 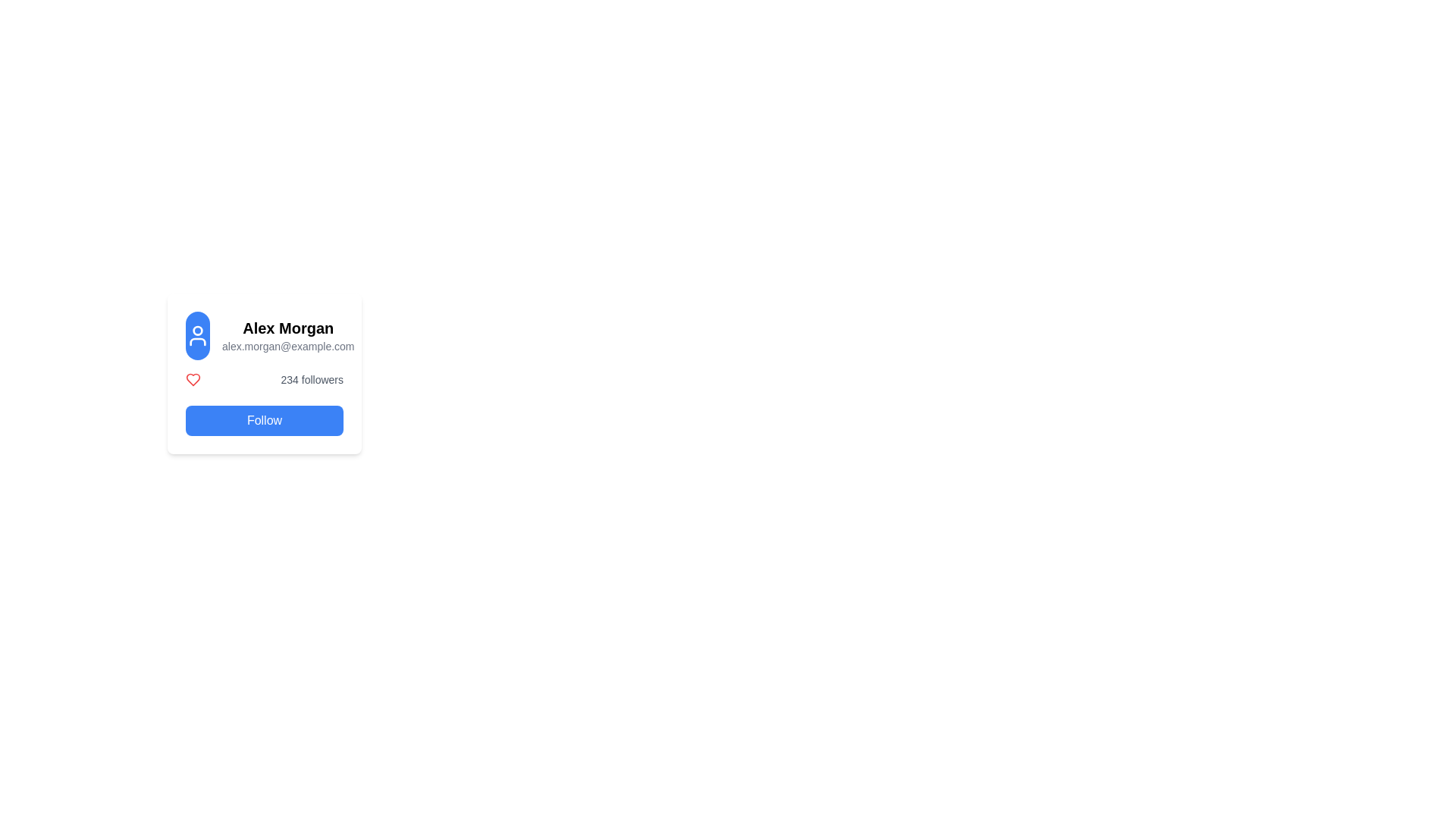 What do you see at coordinates (288, 335) in the screenshot?
I see `the text display field that shows the user's name and email address, located to the right of the person silhouette icon at the top center of the card layout` at bounding box center [288, 335].